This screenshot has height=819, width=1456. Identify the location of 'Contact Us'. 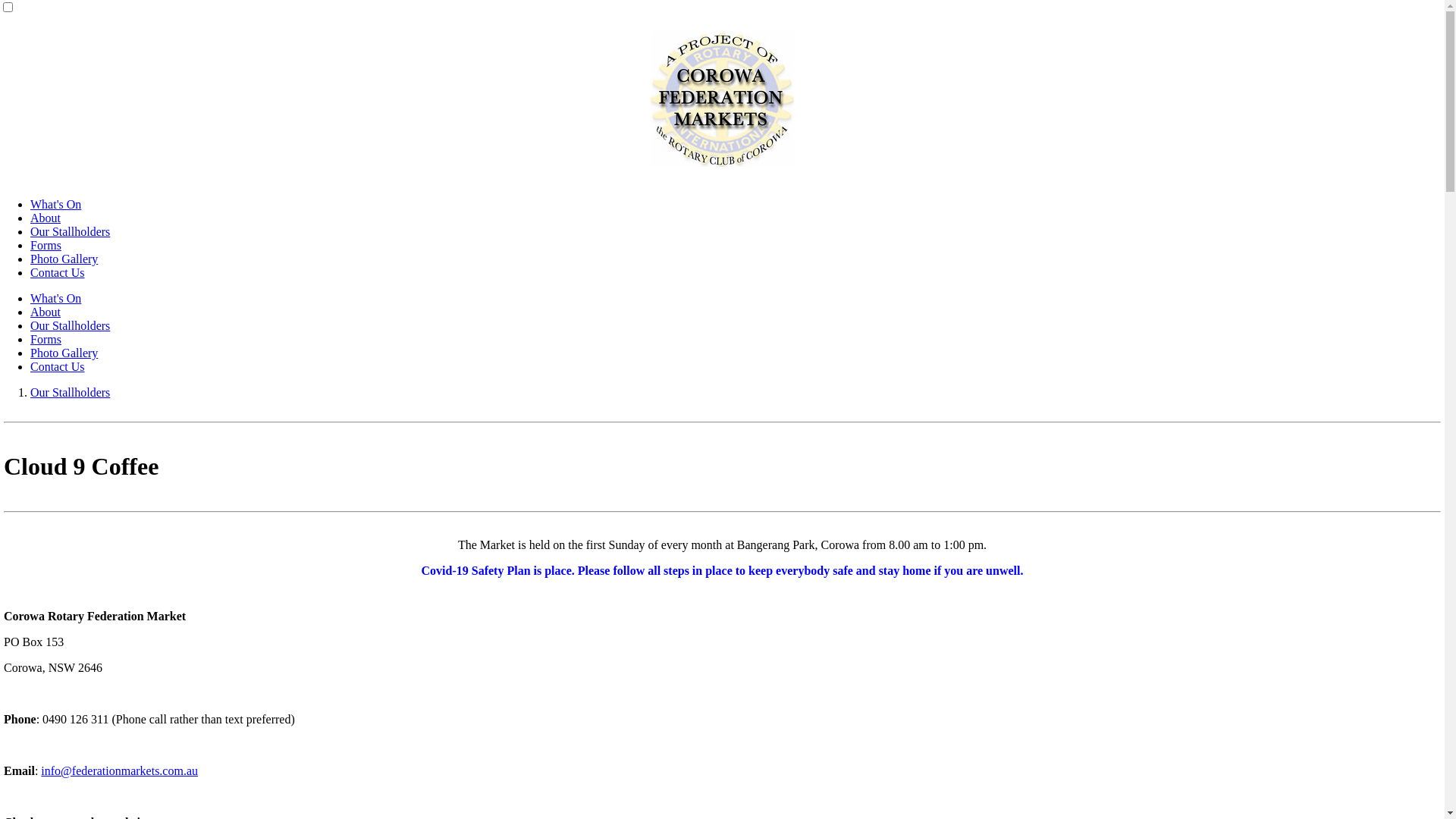
(58, 366).